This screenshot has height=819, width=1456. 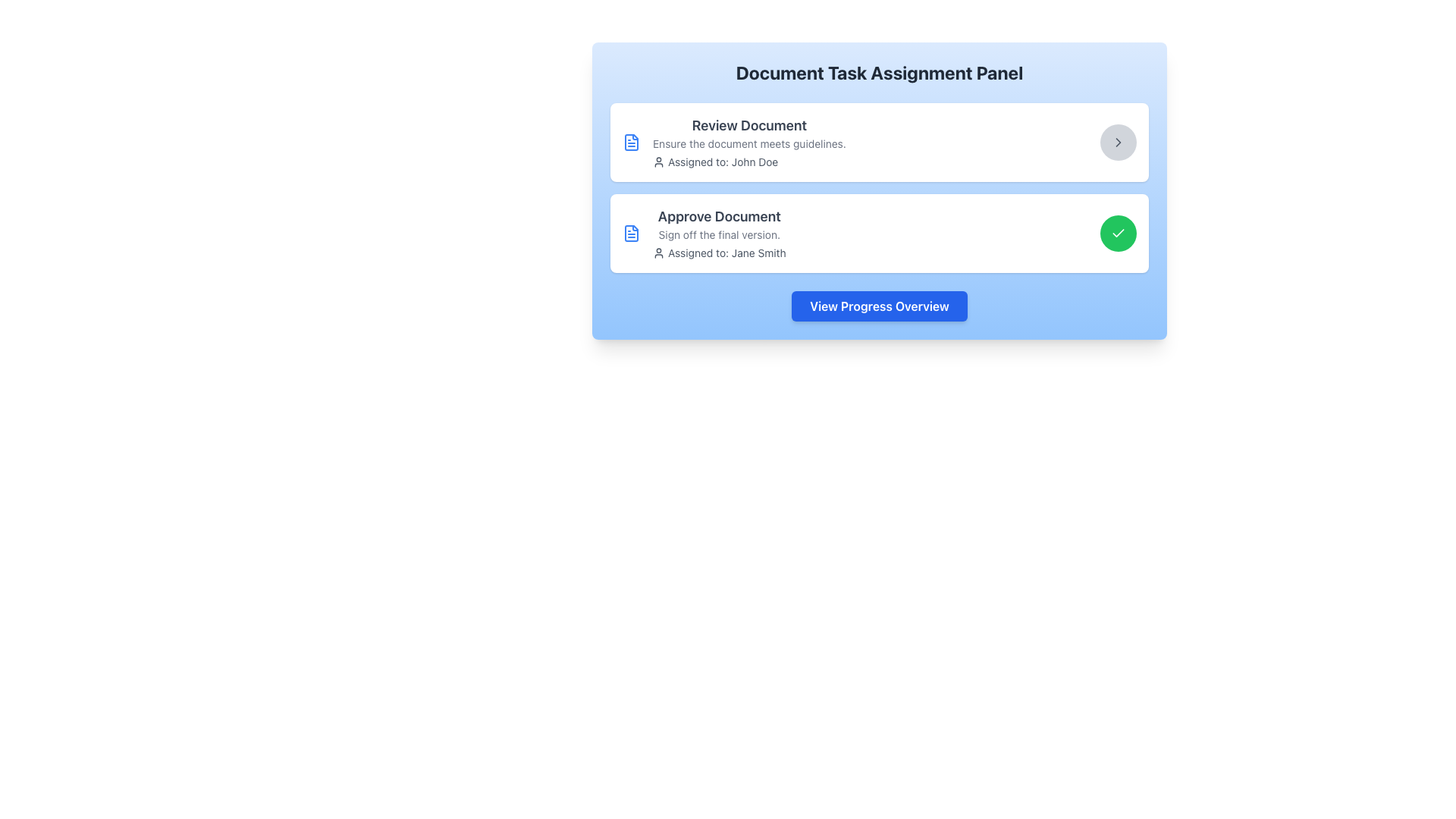 I want to click on the 'Approve Document' icon located in the second row of the document assignment list, which visually indicates the task related to document activities, so click(x=632, y=234).